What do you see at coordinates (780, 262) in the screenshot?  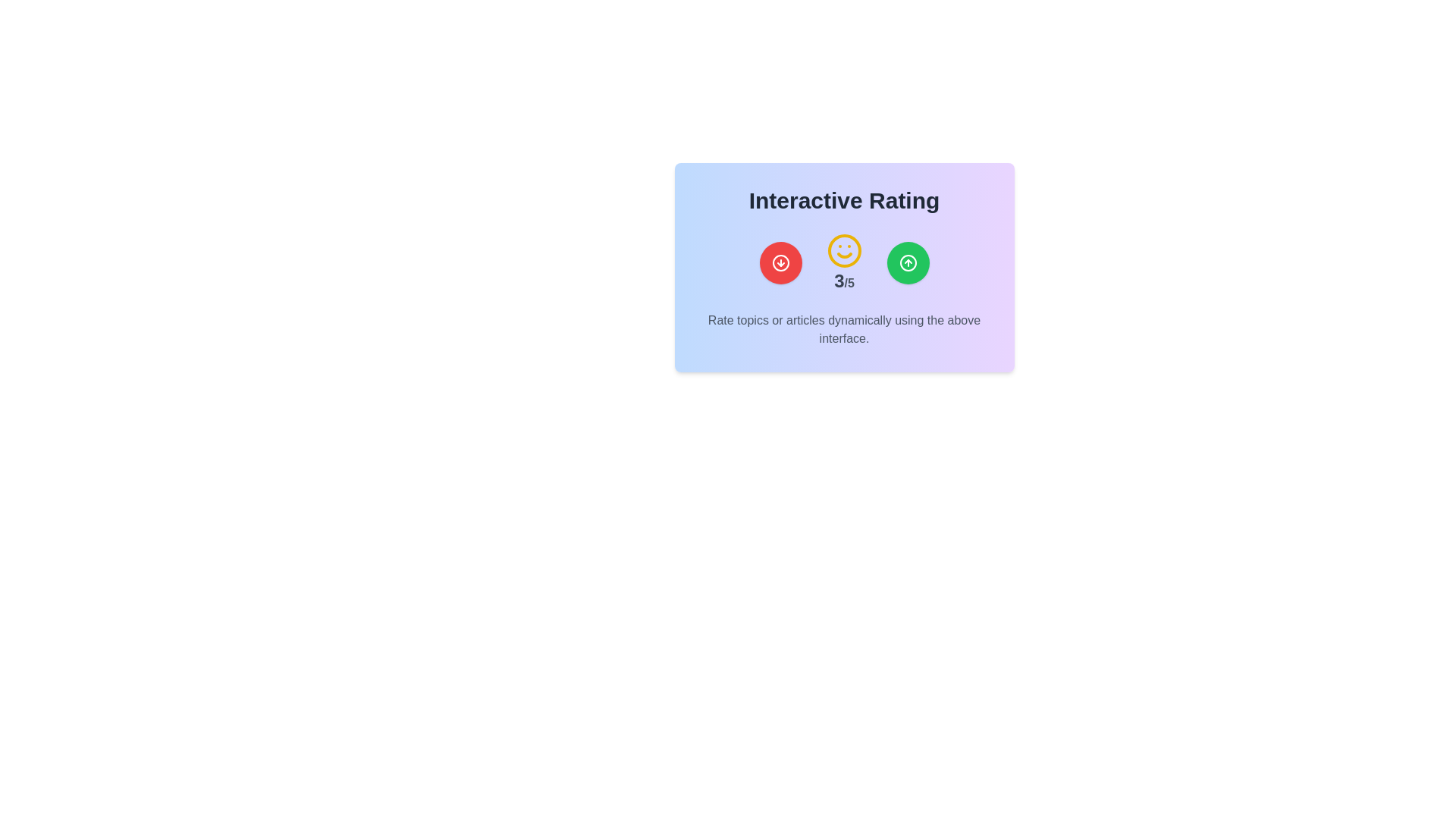 I see `the circular red button with a white downward-pointing arrow icon` at bounding box center [780, 262].